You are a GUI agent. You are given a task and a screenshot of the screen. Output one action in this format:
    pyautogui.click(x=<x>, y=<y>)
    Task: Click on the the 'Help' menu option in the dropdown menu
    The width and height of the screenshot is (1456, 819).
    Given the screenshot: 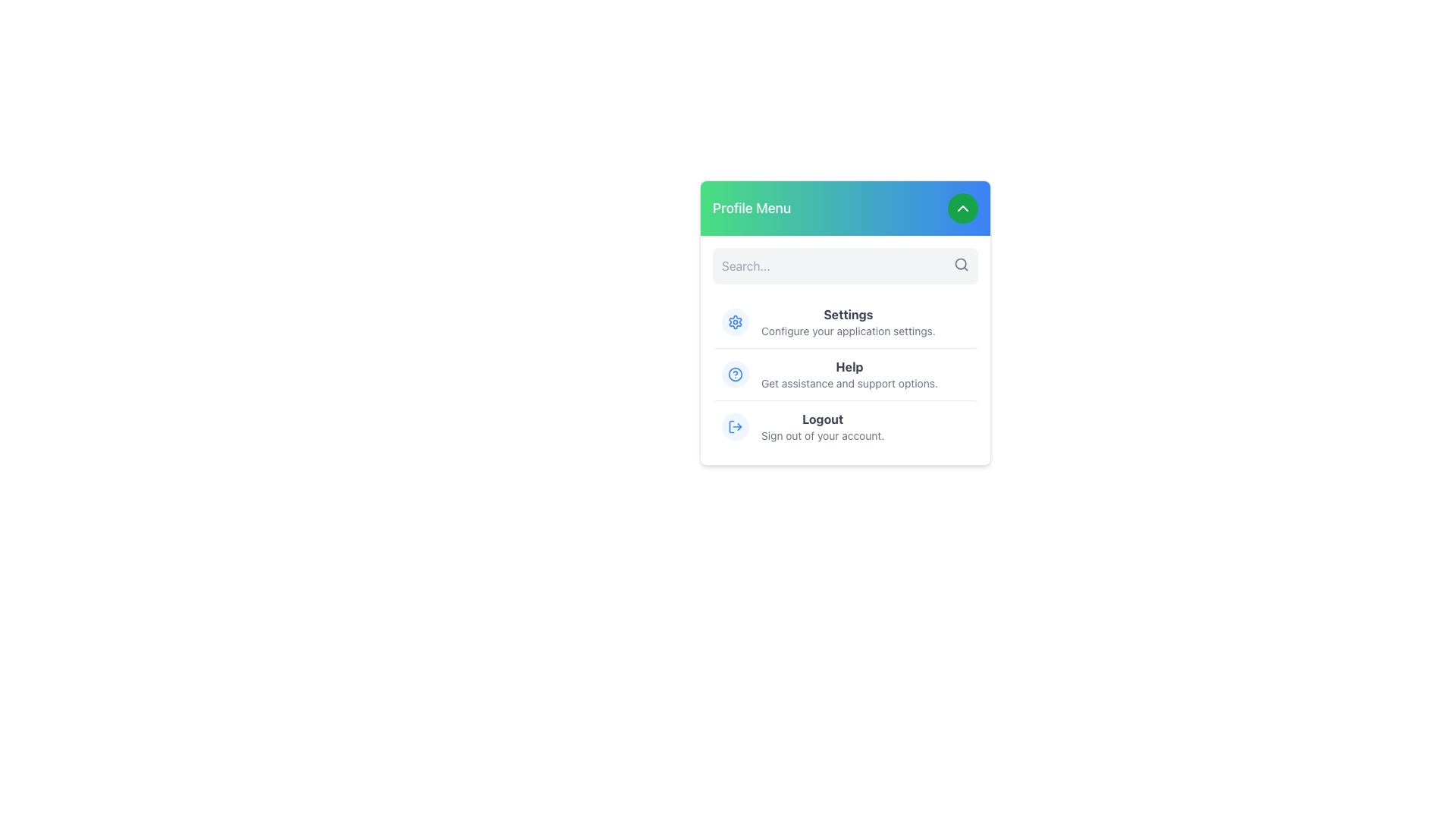 What is the action you would take?
    pyautogui.click(x=844, y=374)
    